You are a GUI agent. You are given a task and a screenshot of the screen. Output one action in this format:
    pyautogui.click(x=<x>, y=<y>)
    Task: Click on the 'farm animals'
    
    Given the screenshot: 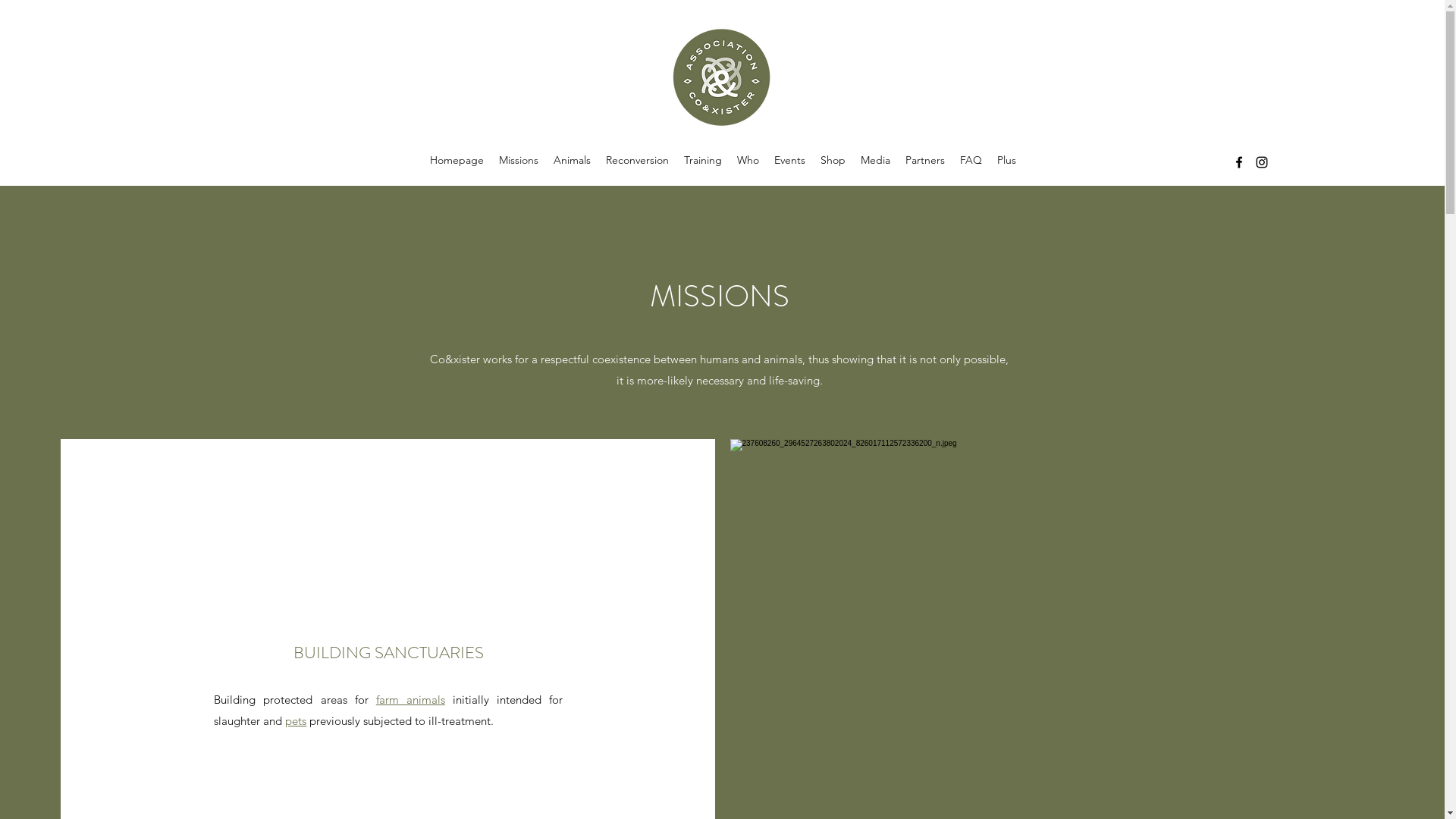 What is the action you would take?
    pyautogui.click(x=410, y=699)
    